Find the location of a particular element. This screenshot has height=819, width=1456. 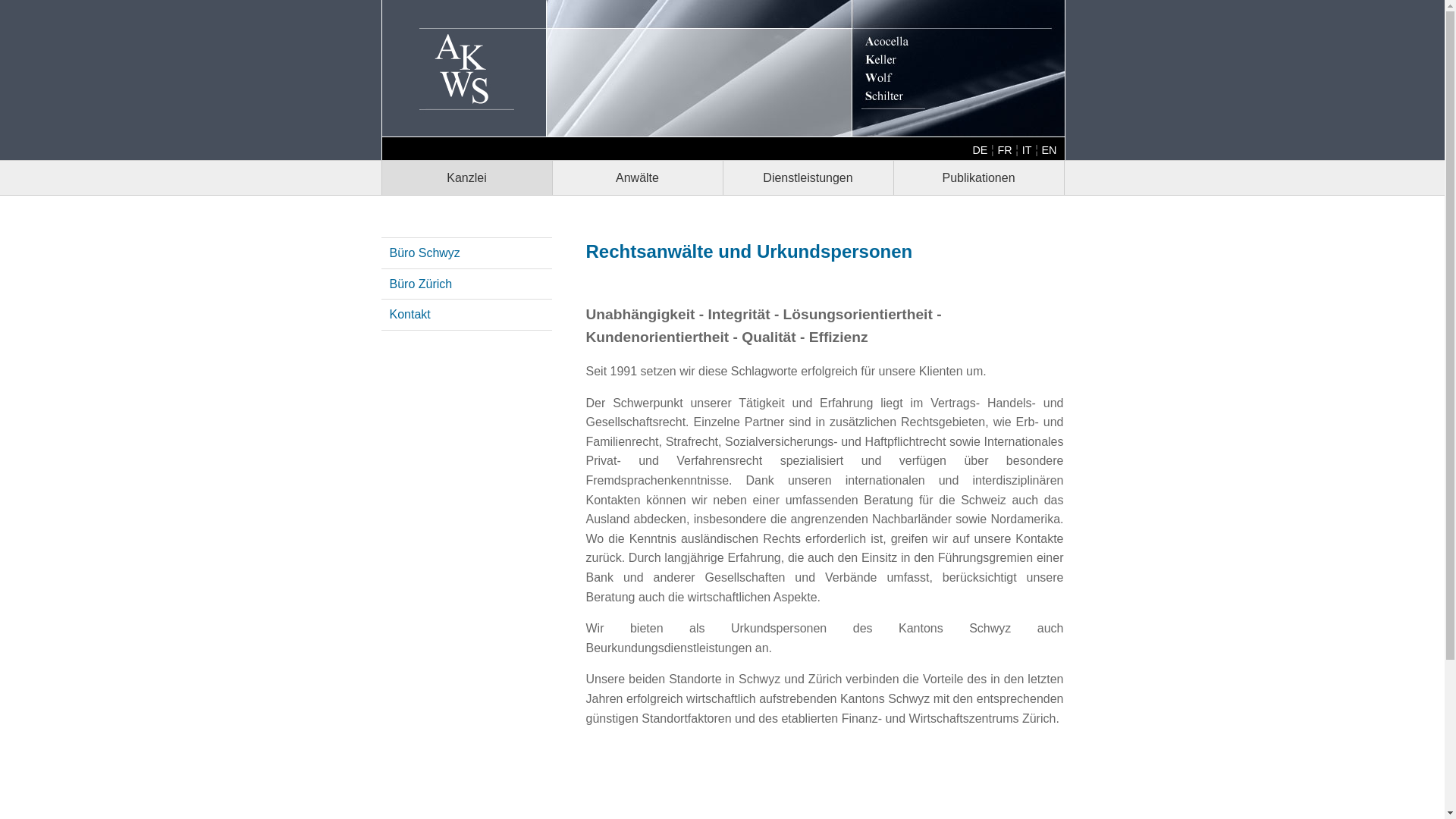

'Publikationen' is located at coordinates (978, 177).